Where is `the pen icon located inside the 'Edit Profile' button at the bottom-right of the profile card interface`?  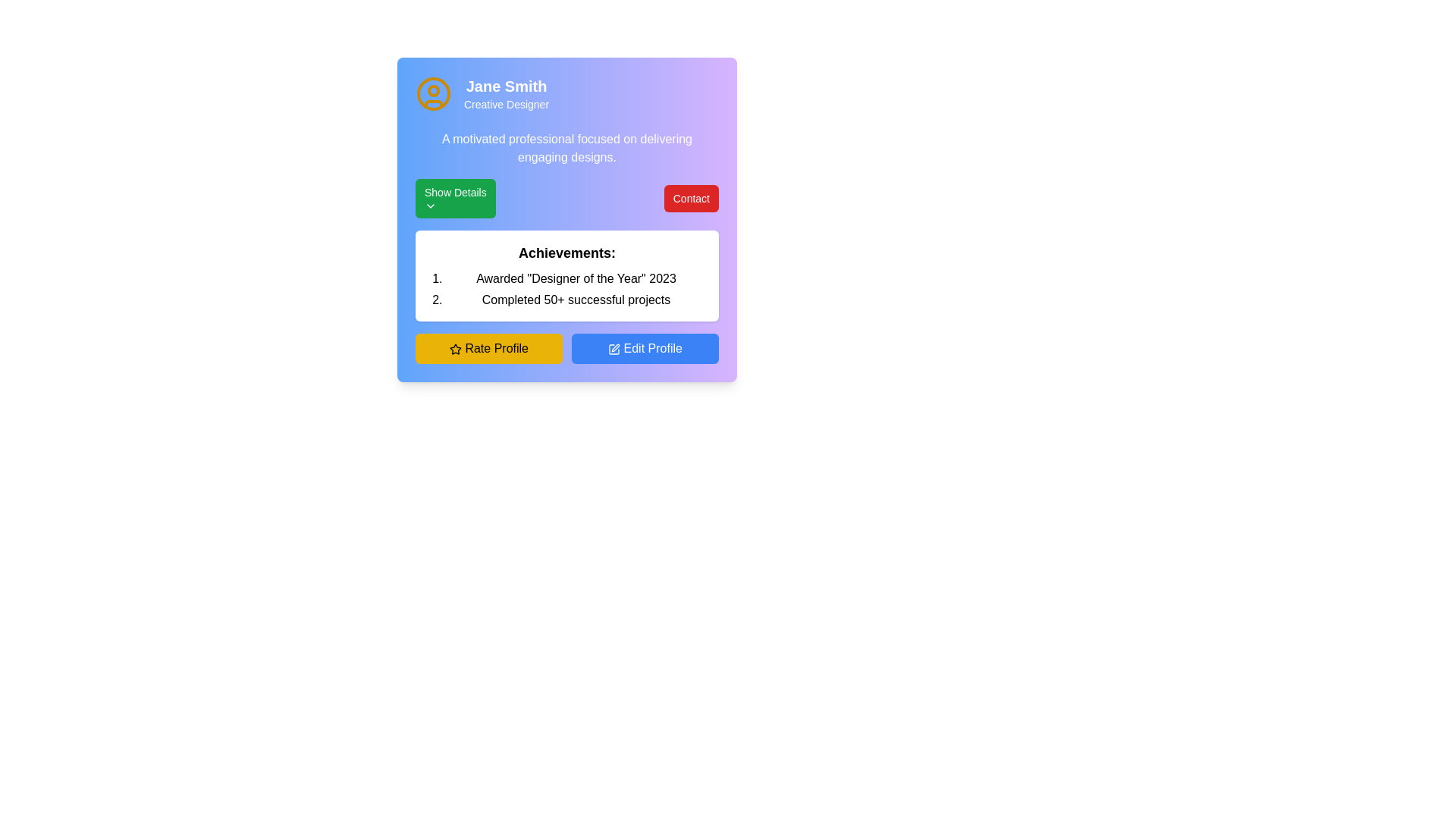 the pen icon located inside the 'Edit Profile' button at the bottom-right of the profile card interface is located at coordinates (614, 349).